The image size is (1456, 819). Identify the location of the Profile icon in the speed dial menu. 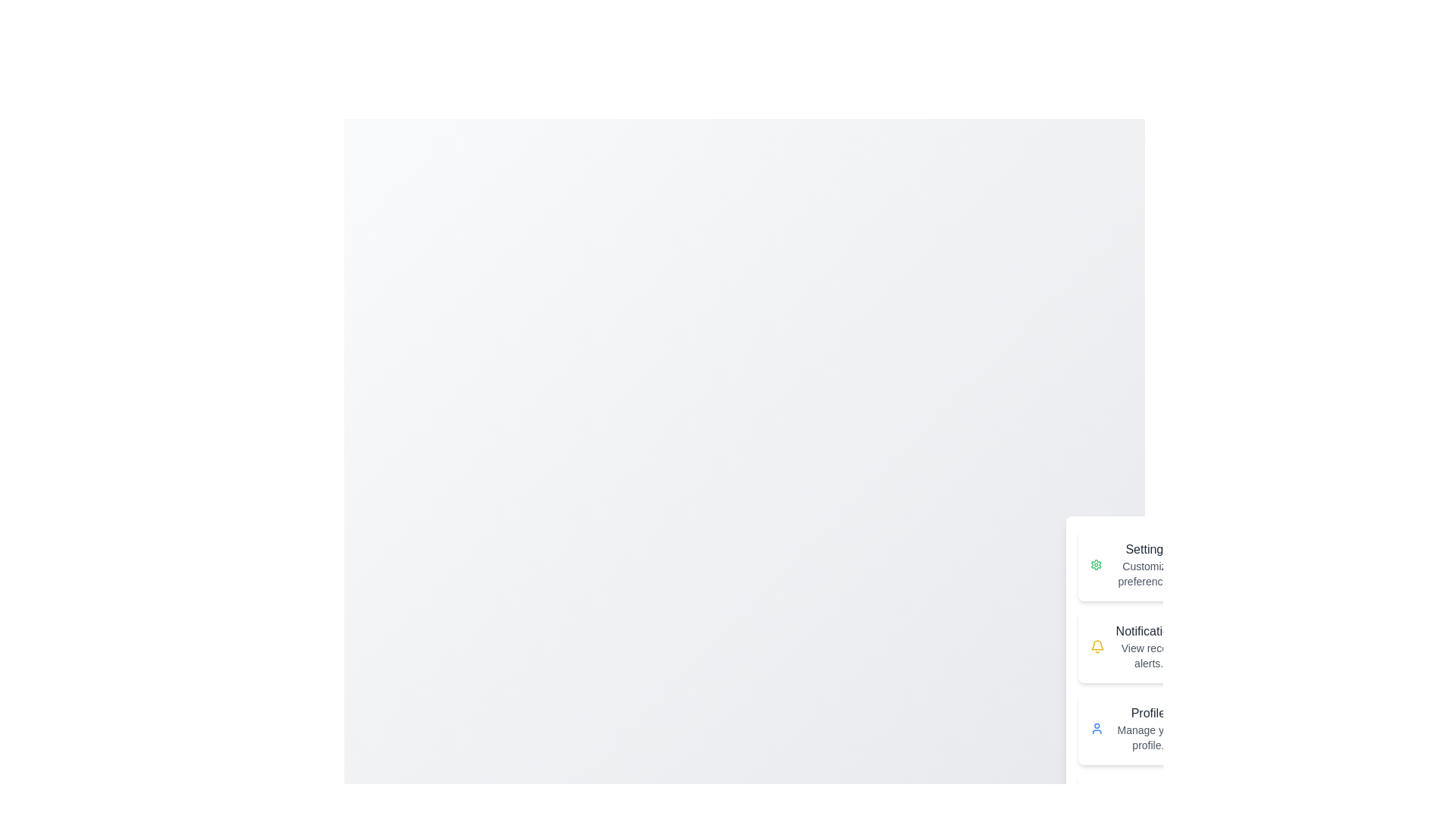
(1097, 727).